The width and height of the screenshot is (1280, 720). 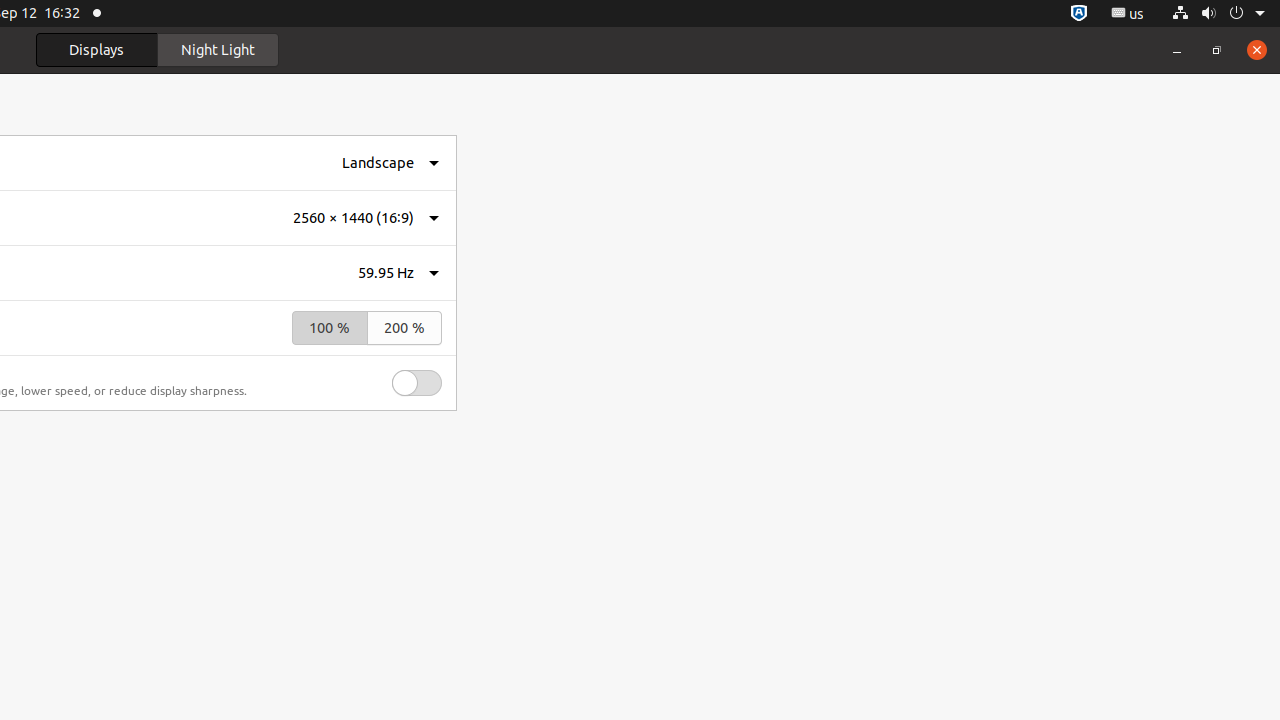 What do you see at coordinates (386, 272) in the screenshot?
I see `'59.95 Hz'` at bounding box center [386, 272].